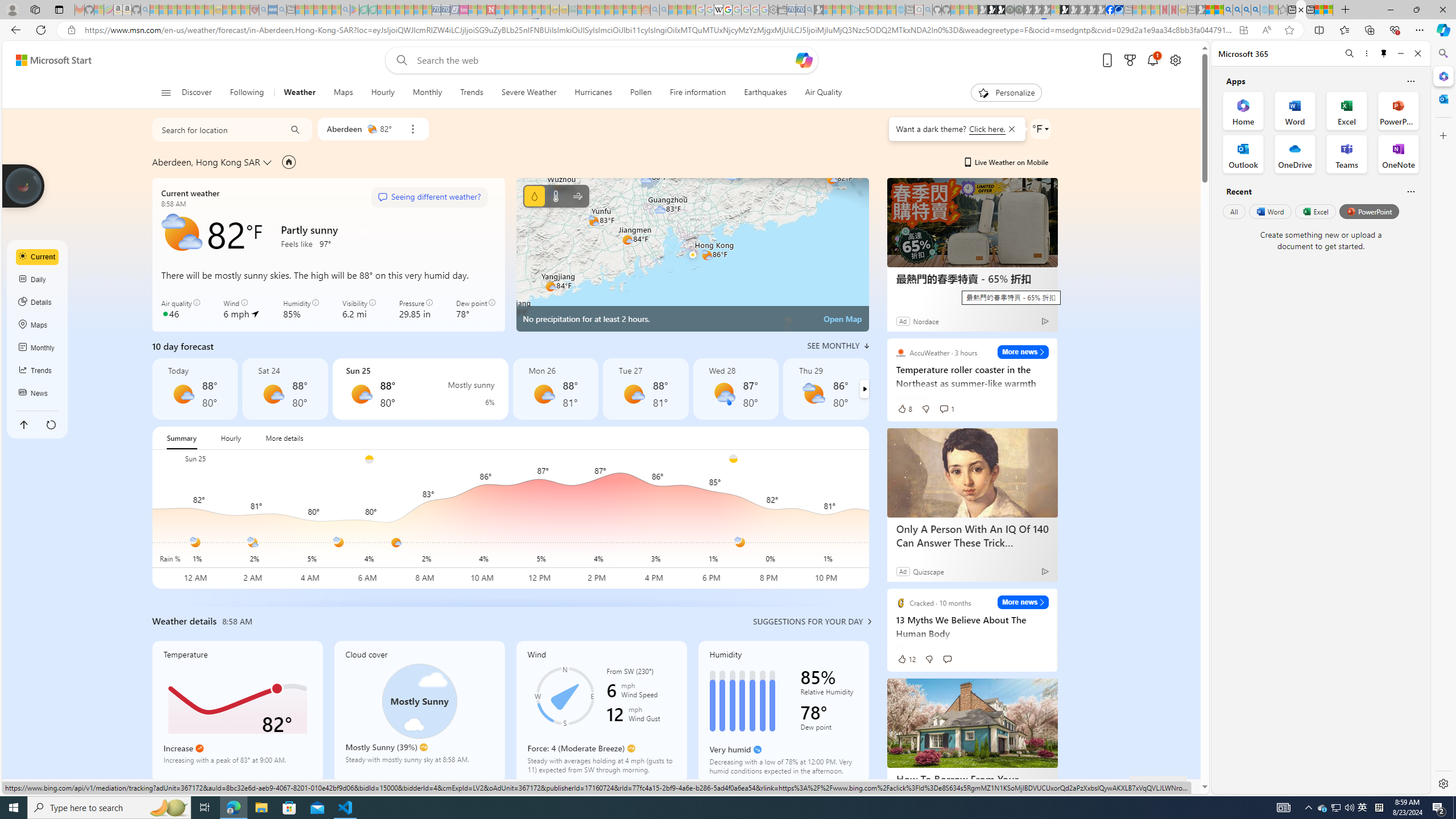  I want to click on 'Earthquakes', so click(765, 92).